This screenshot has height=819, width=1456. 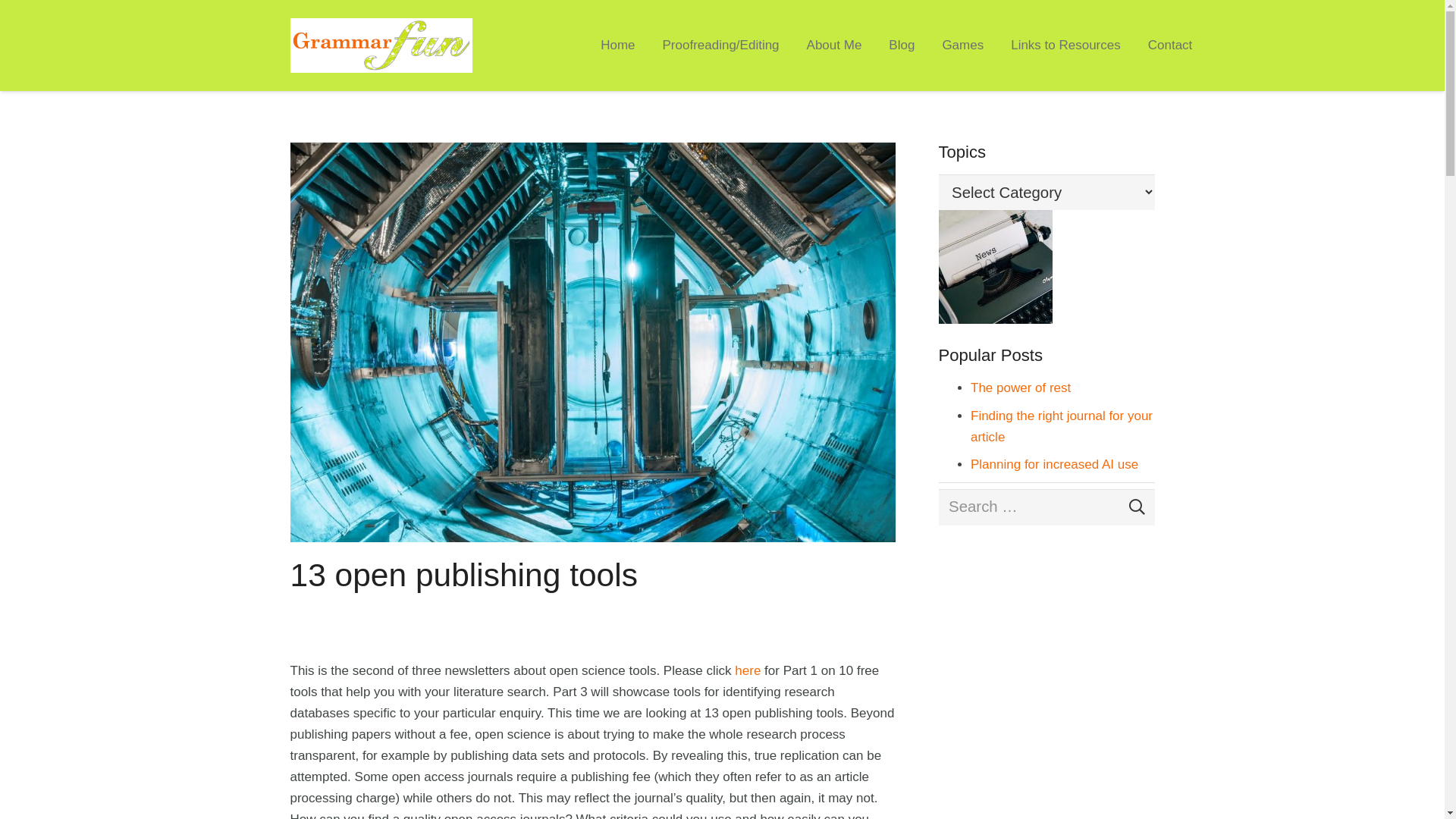 What do you see at coordinates (997, 45) in the screenshot?
I see `'Links to Resources'` at bounding box center [997, 45].